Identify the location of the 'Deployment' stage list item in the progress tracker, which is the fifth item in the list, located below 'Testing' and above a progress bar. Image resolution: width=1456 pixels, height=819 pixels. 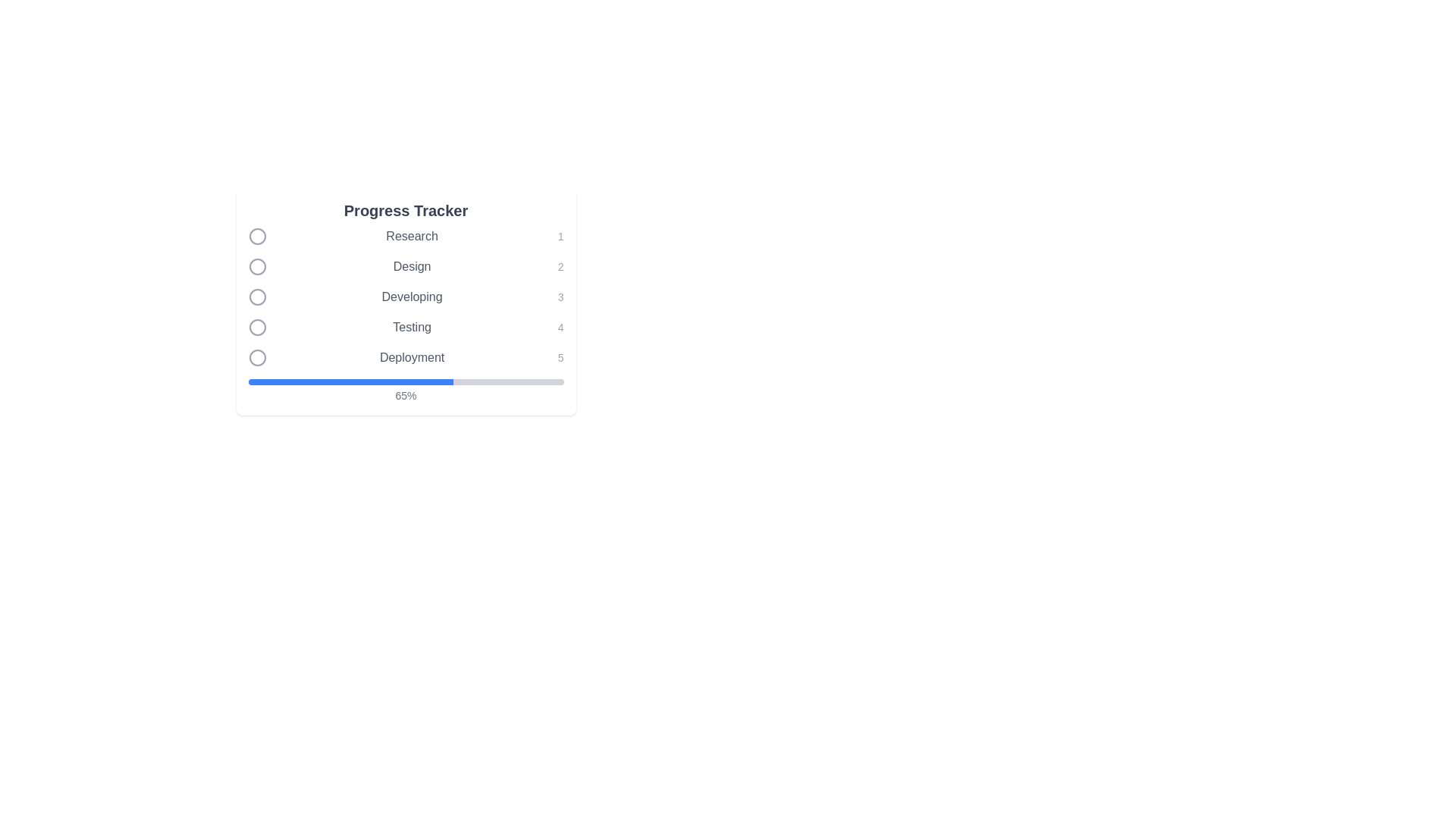
(406, 357).